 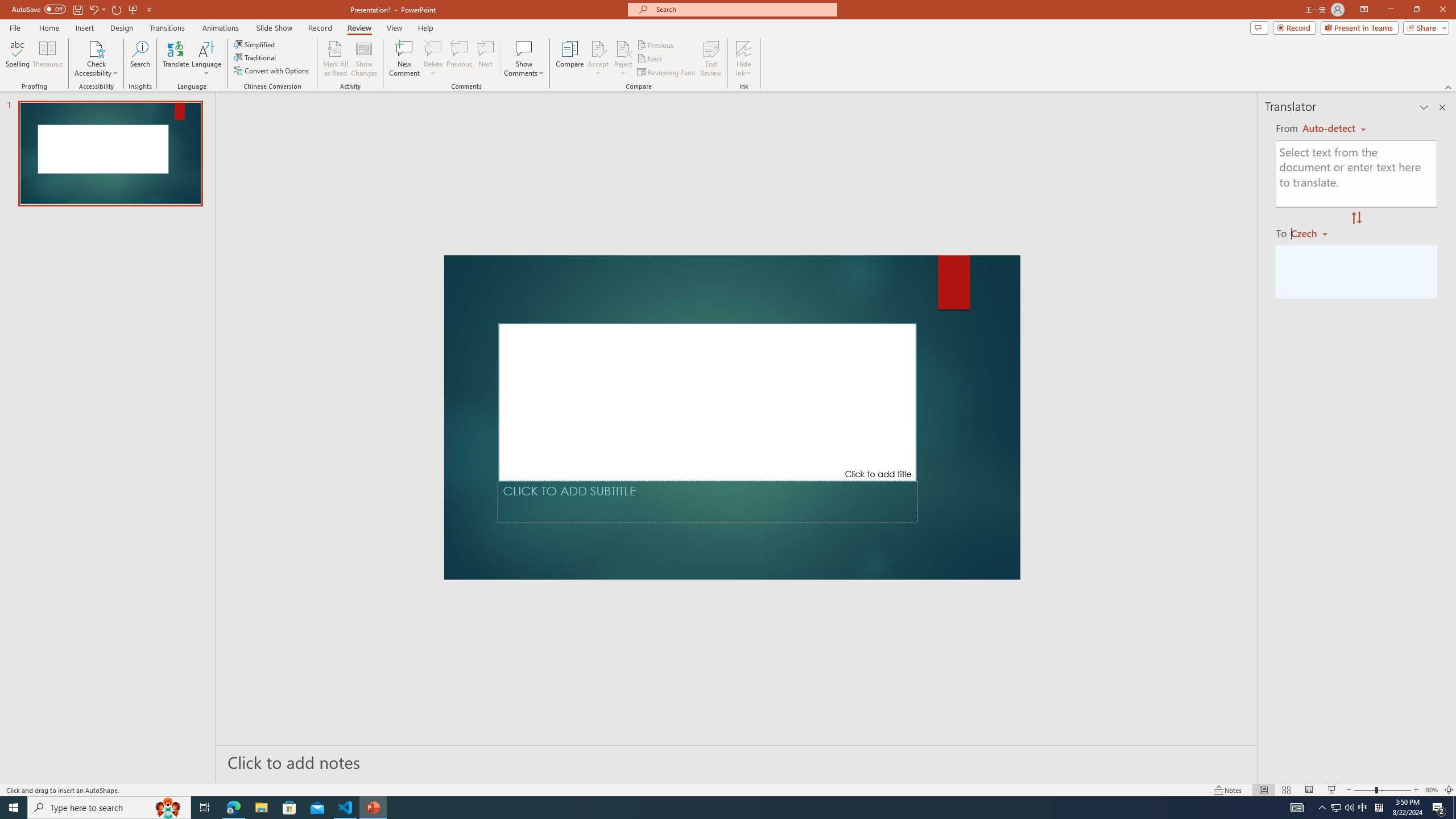 What do you see at coordinates (255, 44) in the screenshot?
I see `'Simplified'` at bounding box center [255, 44].